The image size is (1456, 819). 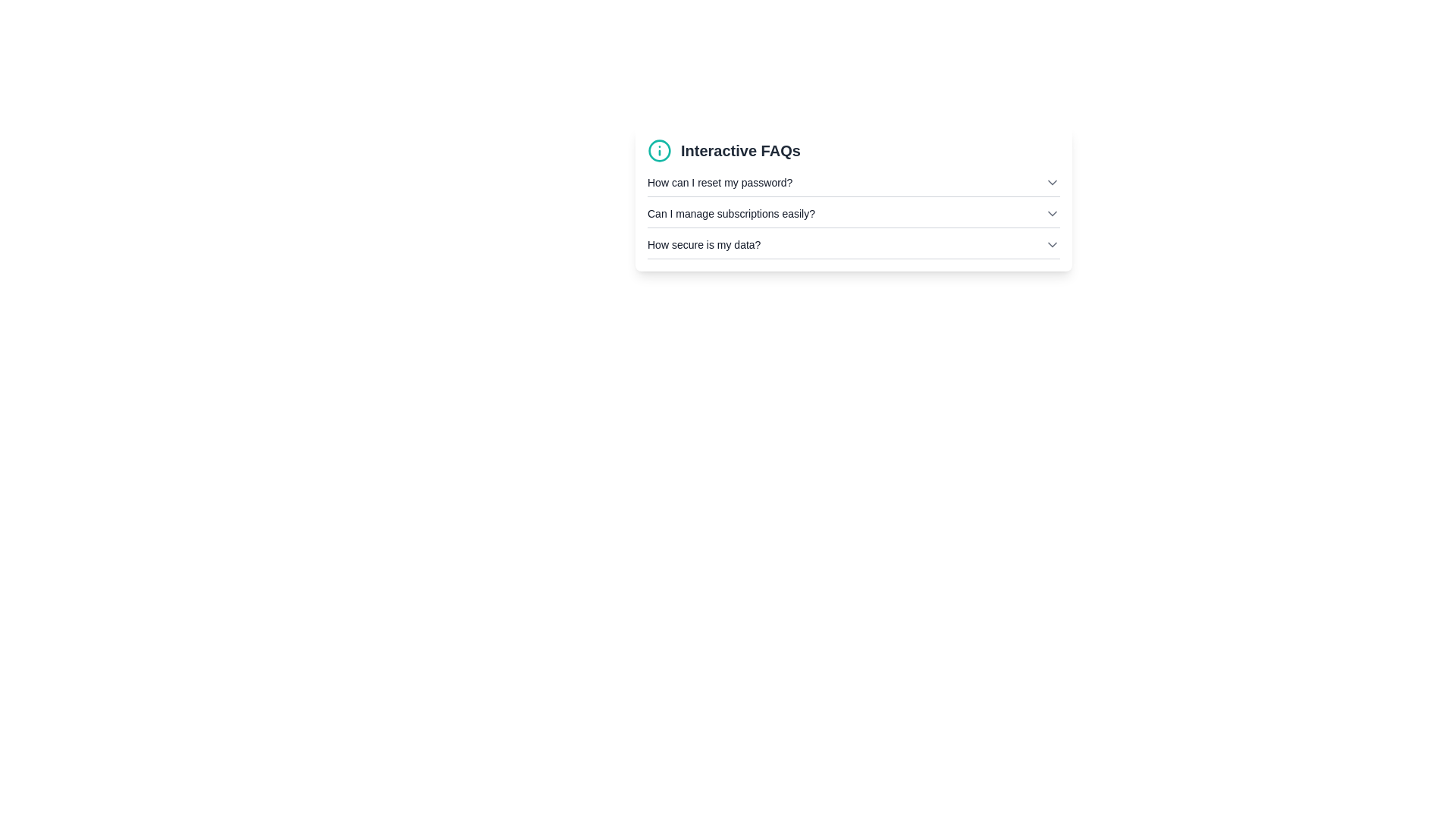 I want to click on text from the Text Label that serves as the title or header for the FAQ segment, located to the immediate right of the information icon at the top of the list of questions in the FAQ card section, so click(x=740, y=151).